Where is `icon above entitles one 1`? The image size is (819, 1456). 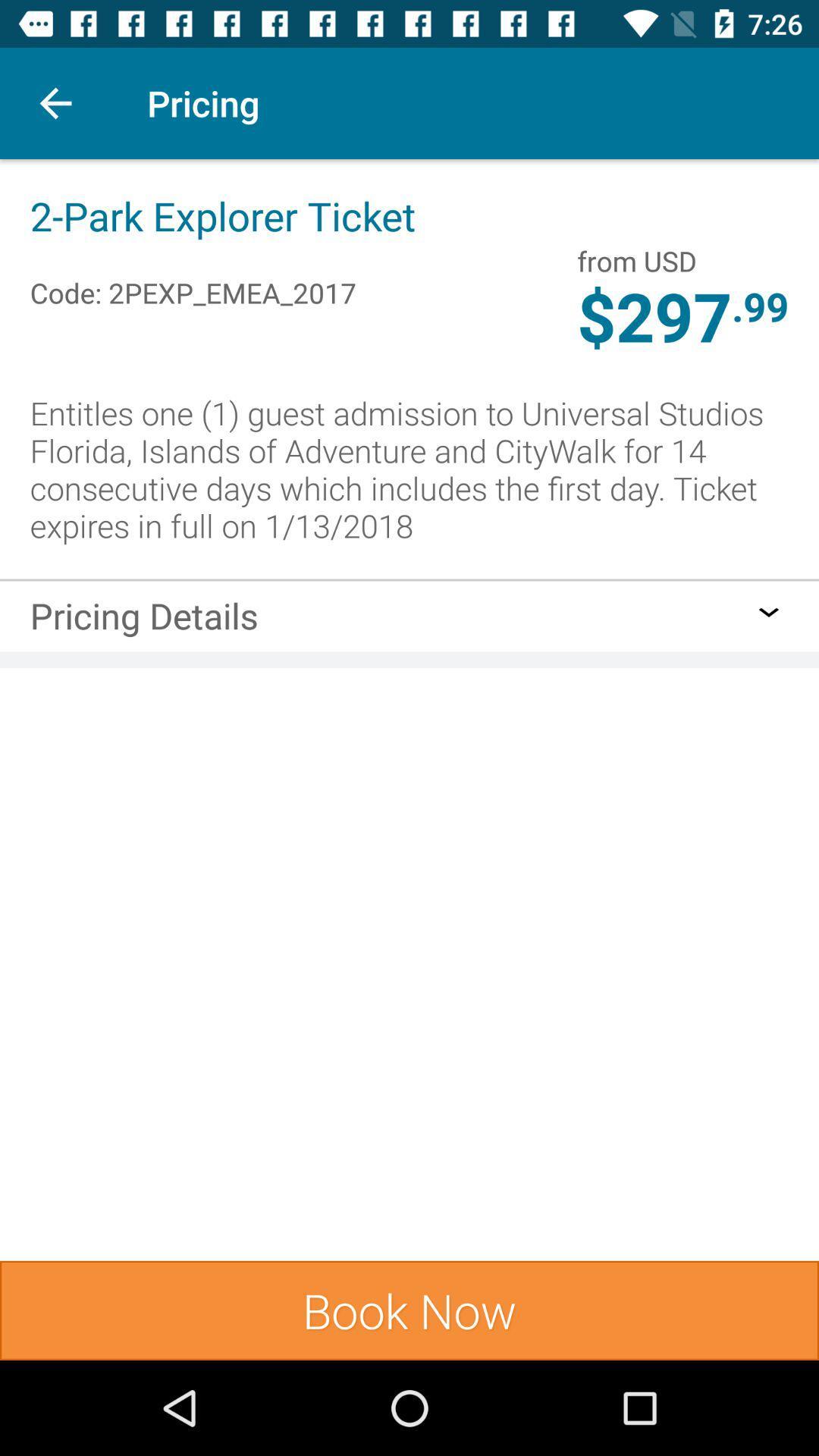 icon above entitles one 1 is located at coordinates (654, 318).